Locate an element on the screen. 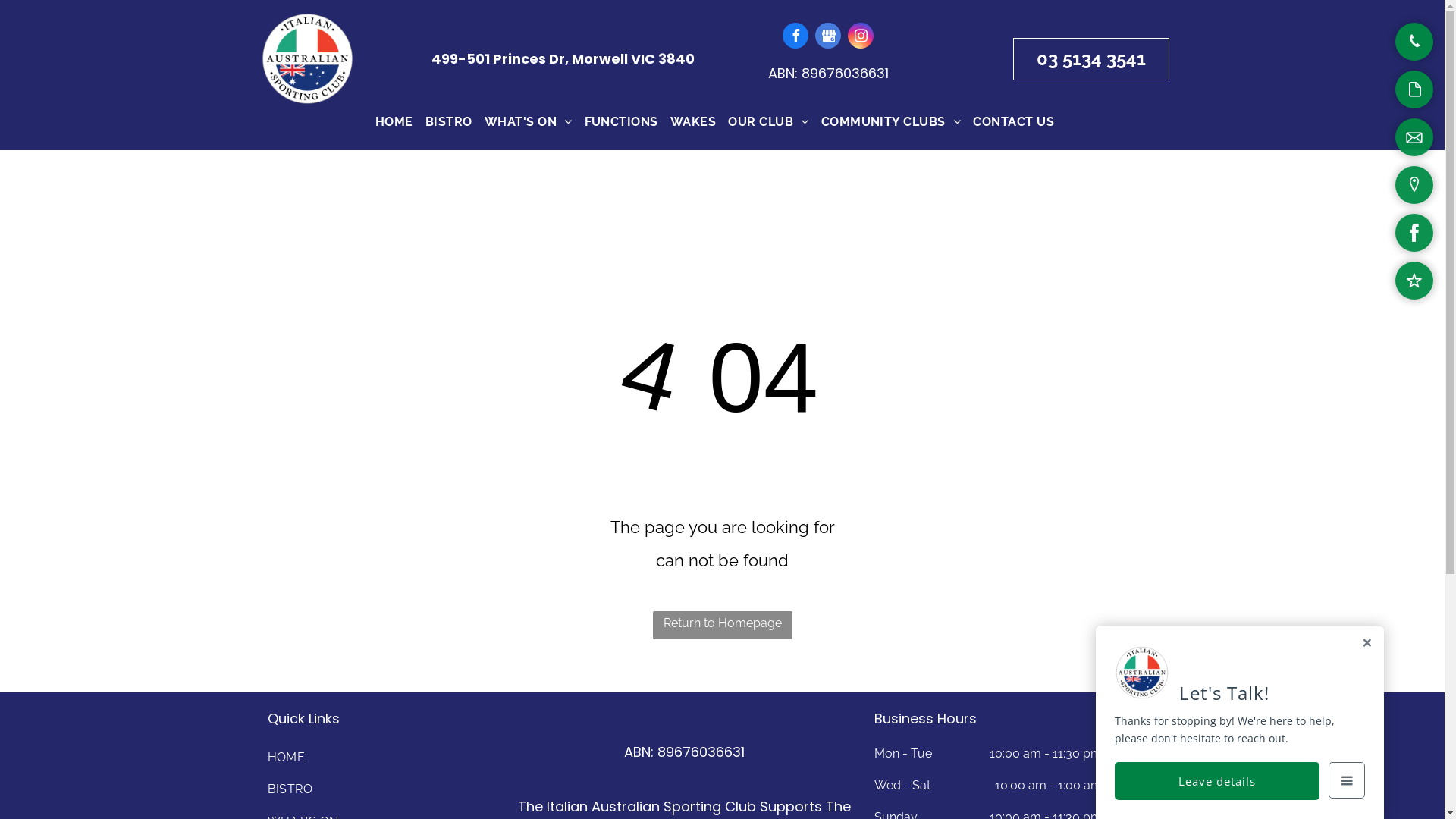 The width and height of the screenshot is (1456, 819). 'CONTACT US' is located at coordinates (1013, 121).